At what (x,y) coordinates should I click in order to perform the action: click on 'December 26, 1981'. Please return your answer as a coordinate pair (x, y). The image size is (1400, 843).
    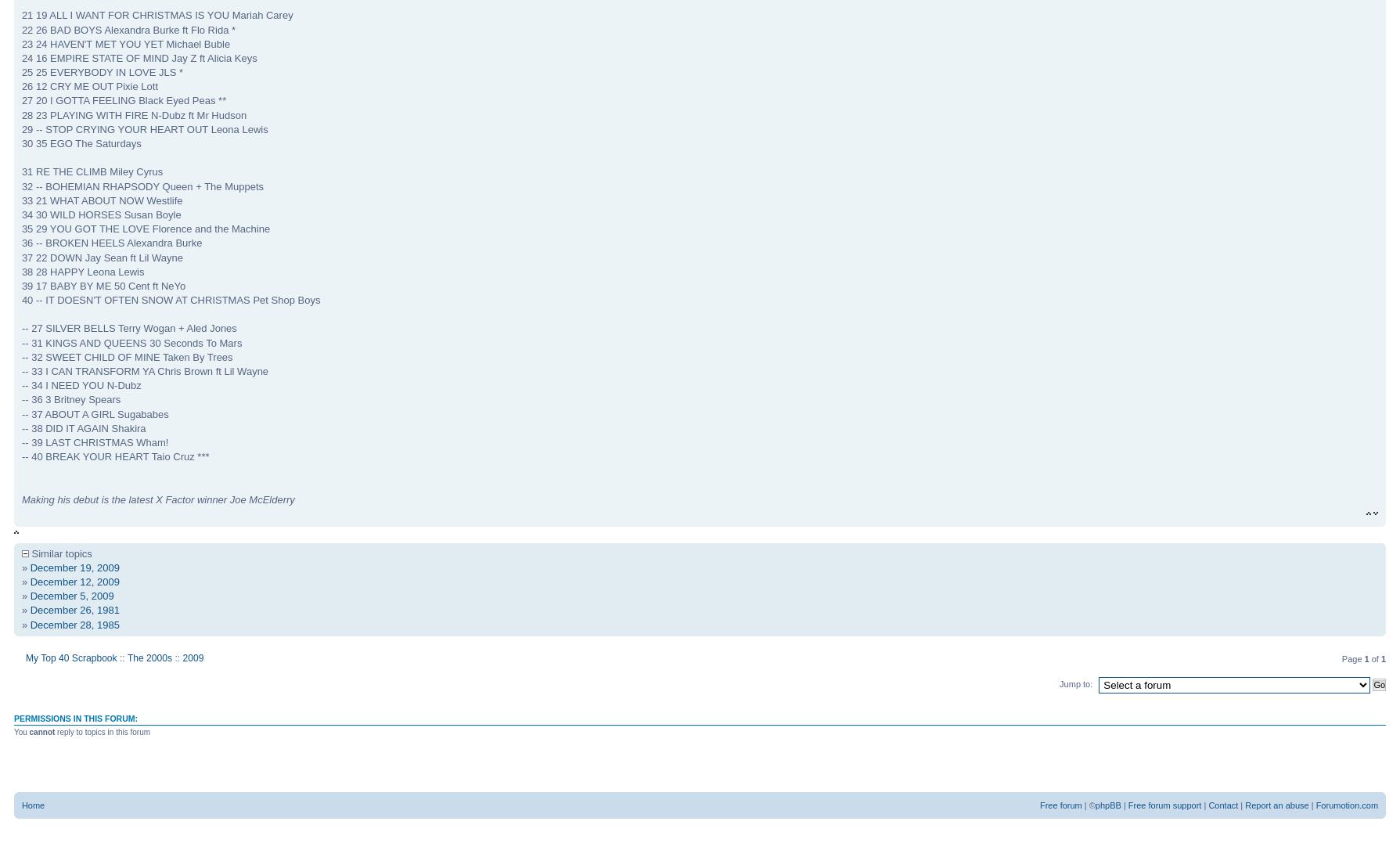
    Looking at the image, I should click on (74, 609).